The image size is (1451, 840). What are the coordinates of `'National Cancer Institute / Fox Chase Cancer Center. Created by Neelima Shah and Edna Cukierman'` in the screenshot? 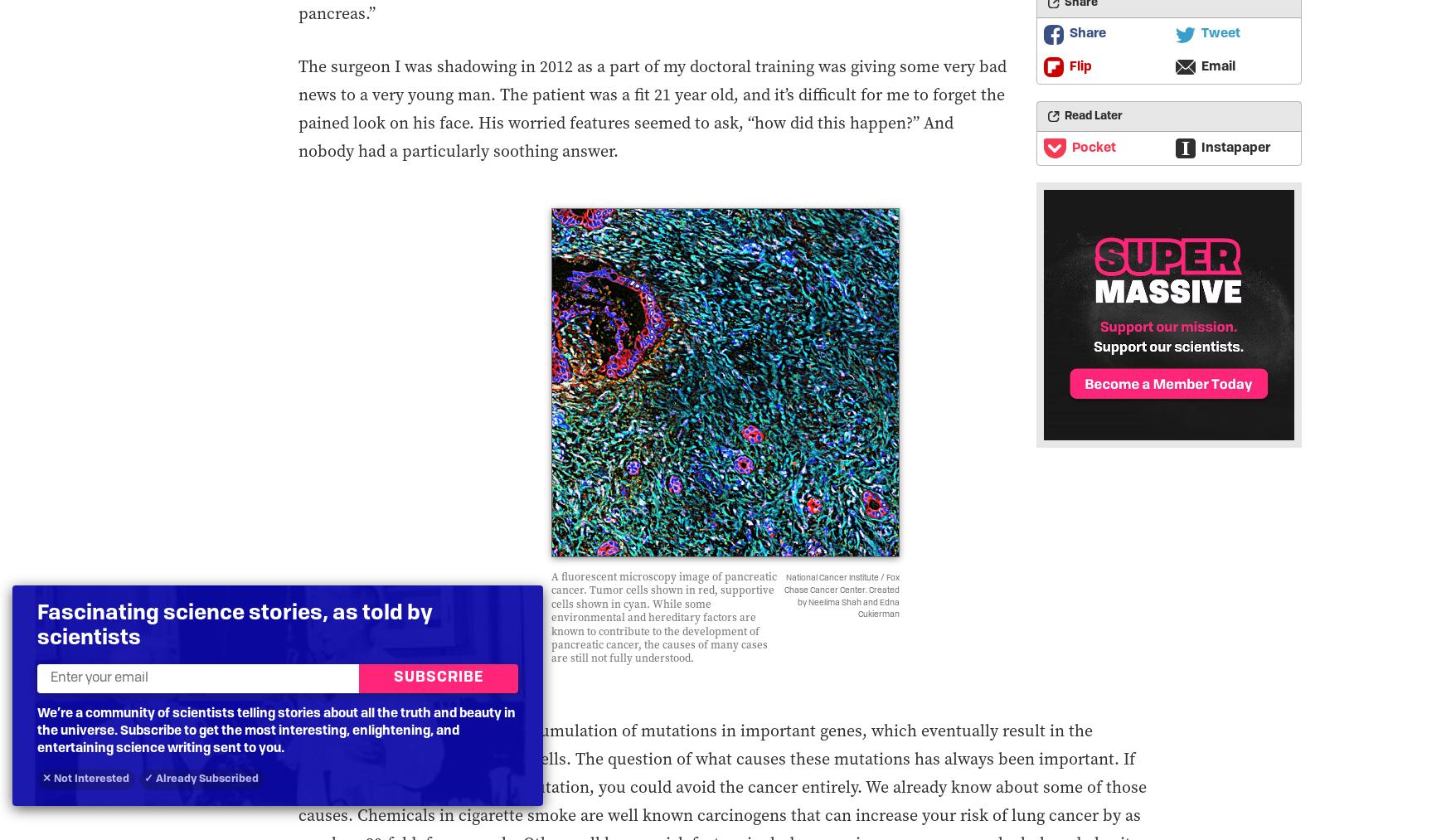 It's located at (841, 596).